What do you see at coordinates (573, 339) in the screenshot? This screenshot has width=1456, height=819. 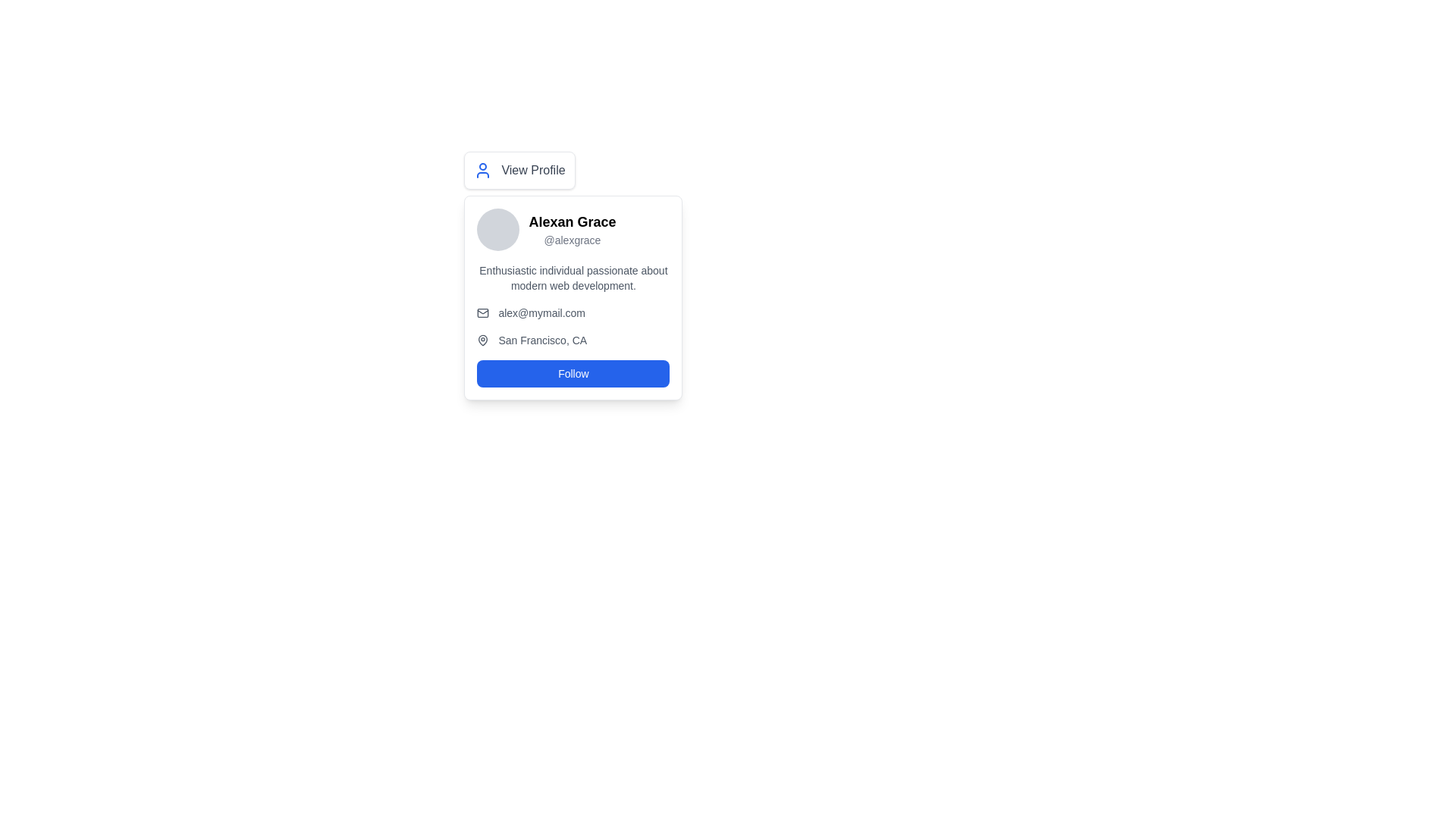 I see `the text element displaying the user's location, which is positioned above the 'Follow' button in the user profile card` at bounding box center [573, 339].